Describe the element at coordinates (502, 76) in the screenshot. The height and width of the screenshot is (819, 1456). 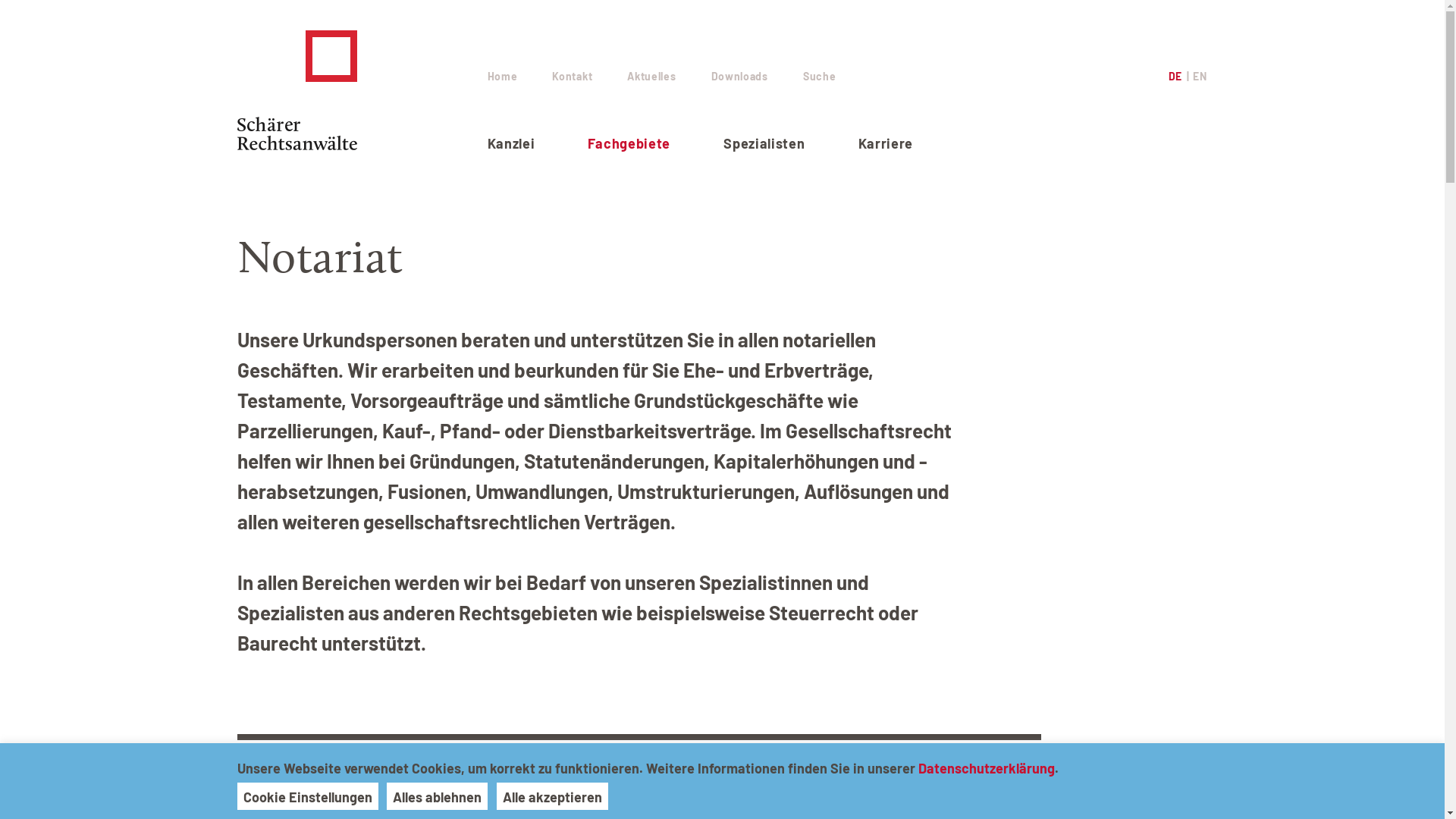
I see `'Home'` at that location.